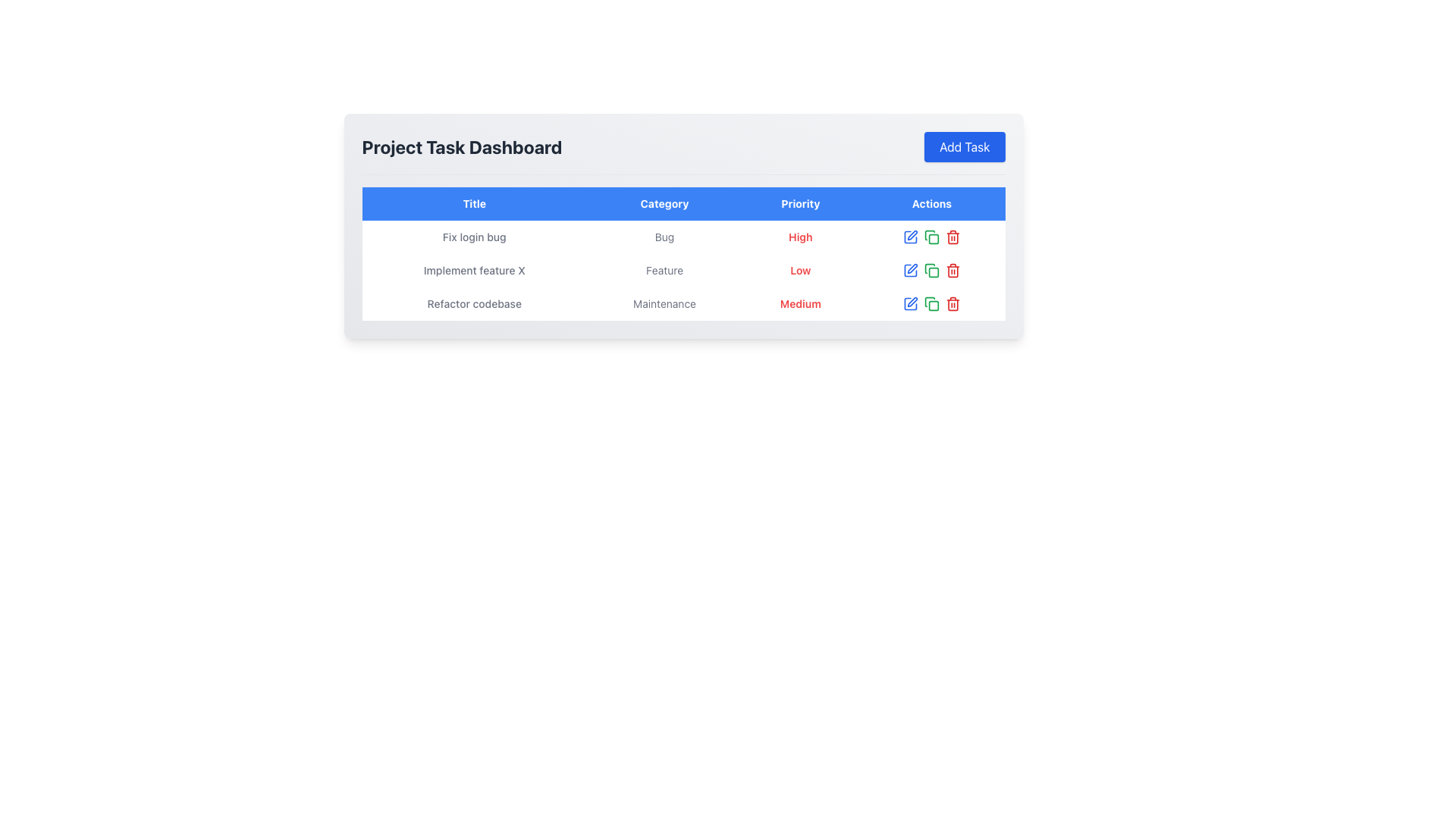  Describe the element at coordinates (473, 304) in the screenshot. I see `the static text label displaying 'Refactor codebase' in the third row under the 'Title' column of the task table in the 'Project Task Dashboard'` at that location.